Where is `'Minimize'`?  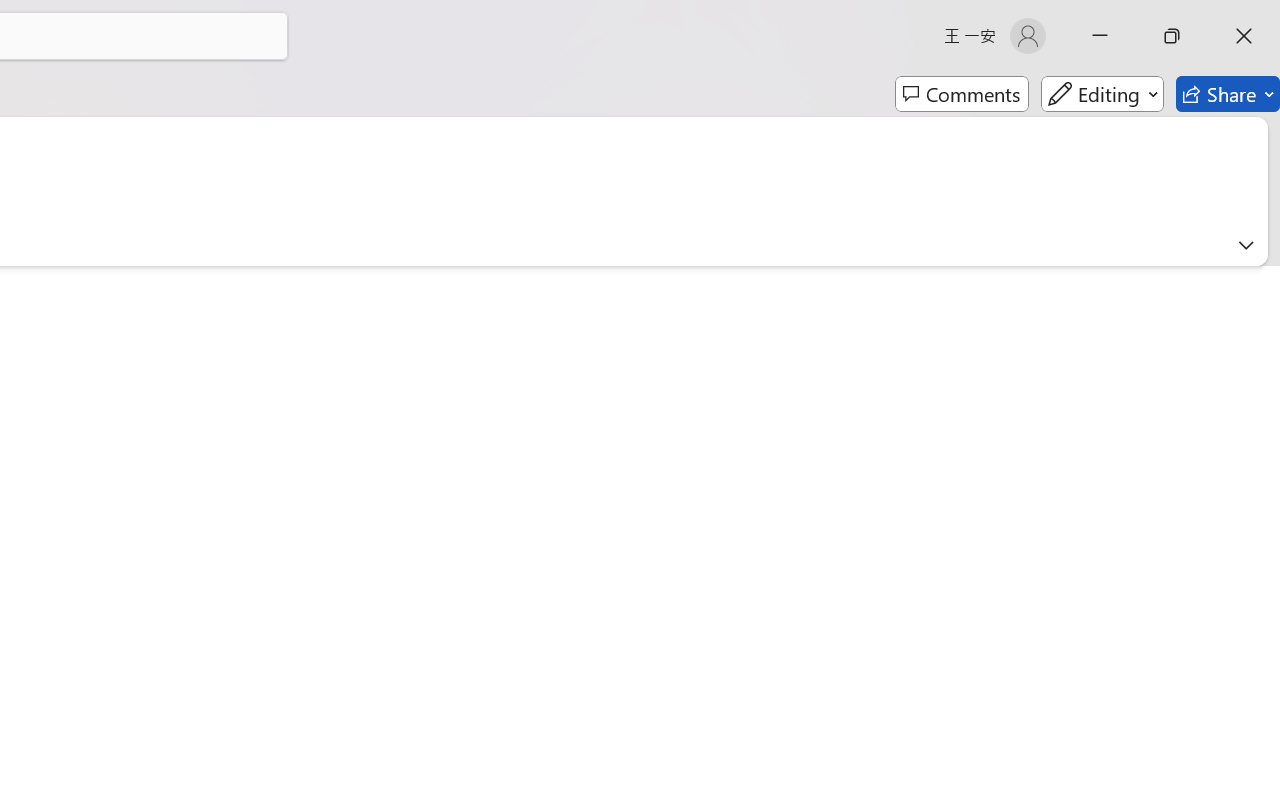
'Minimize' is located at coordinates (1099, 35).